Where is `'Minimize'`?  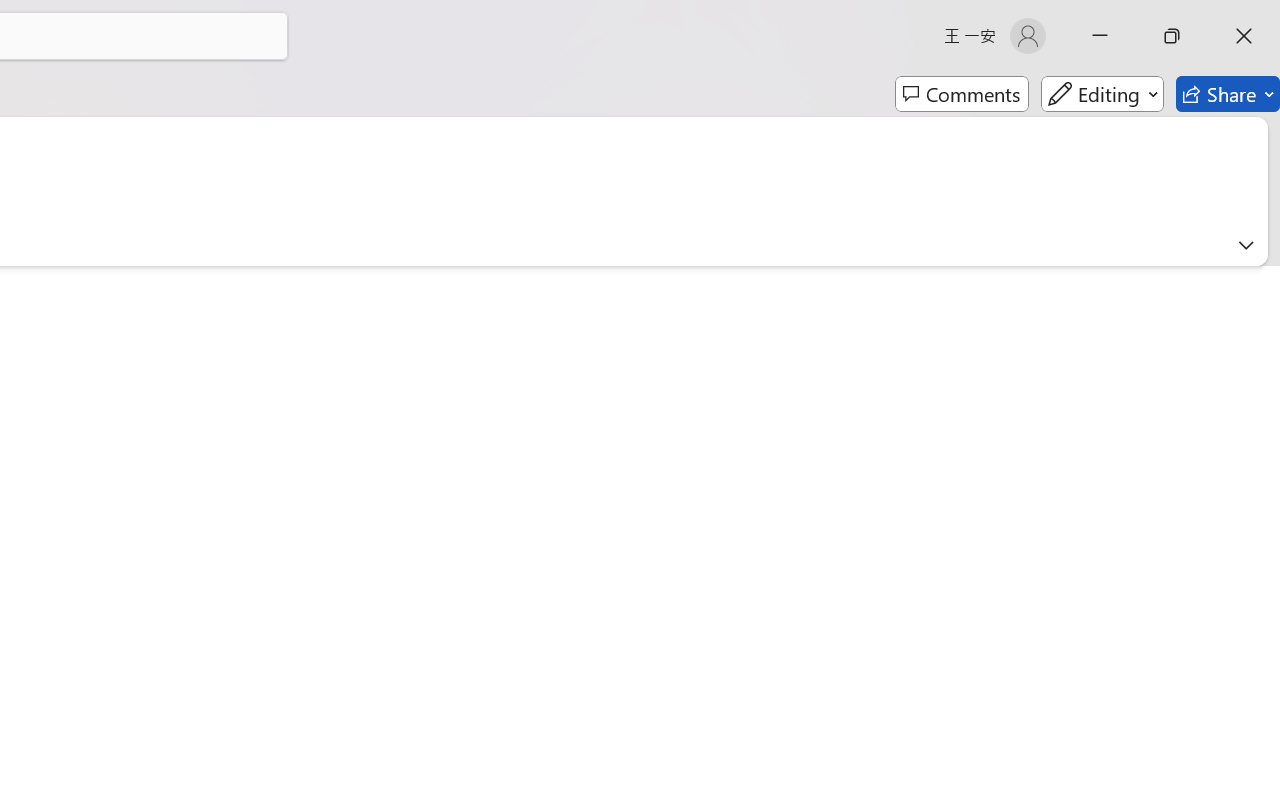
'Minimize' is located at coordinates (1099, 35).